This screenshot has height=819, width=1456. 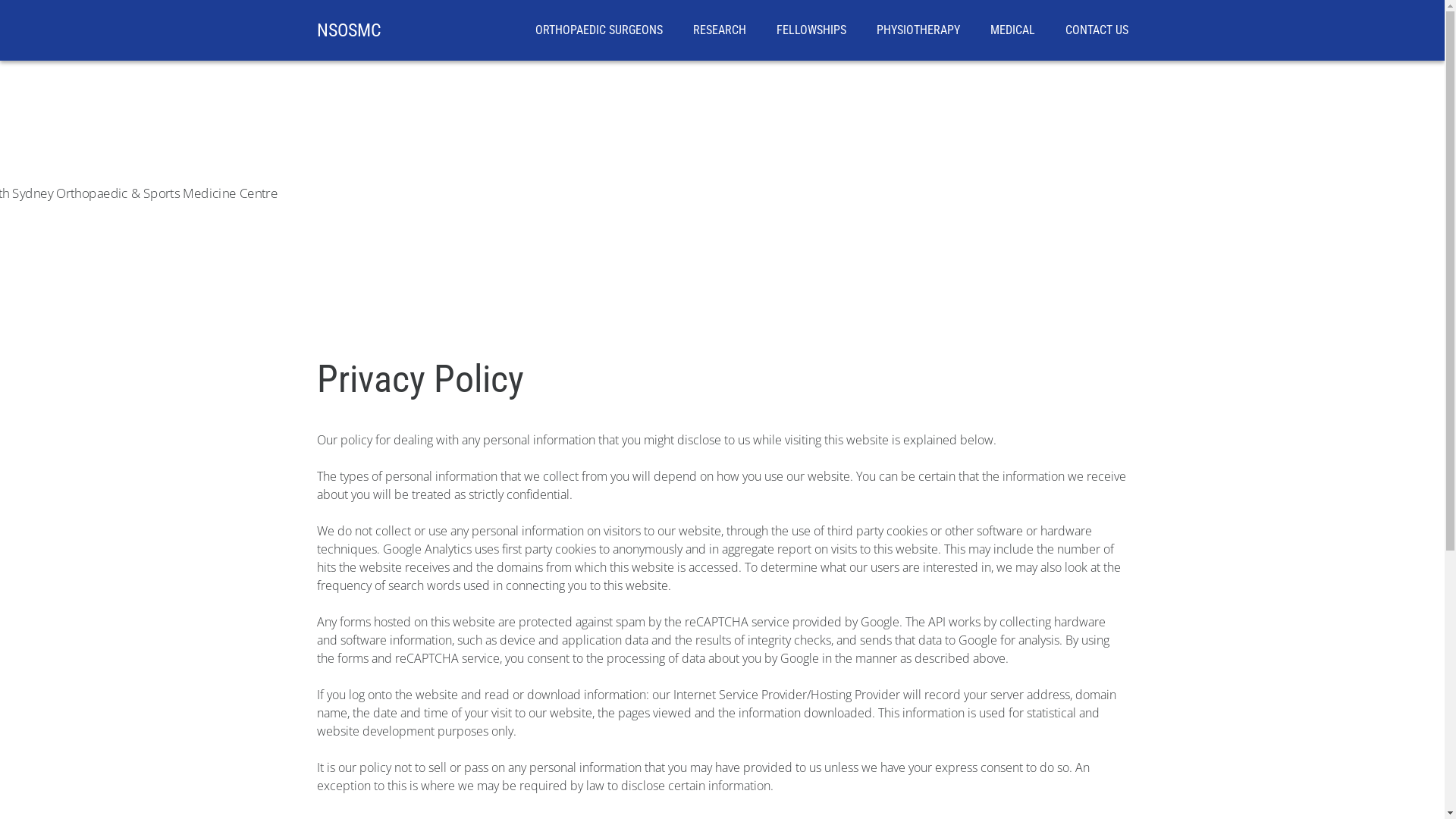 I want to click on 'NSOSMC', so click(x=348, y=30).